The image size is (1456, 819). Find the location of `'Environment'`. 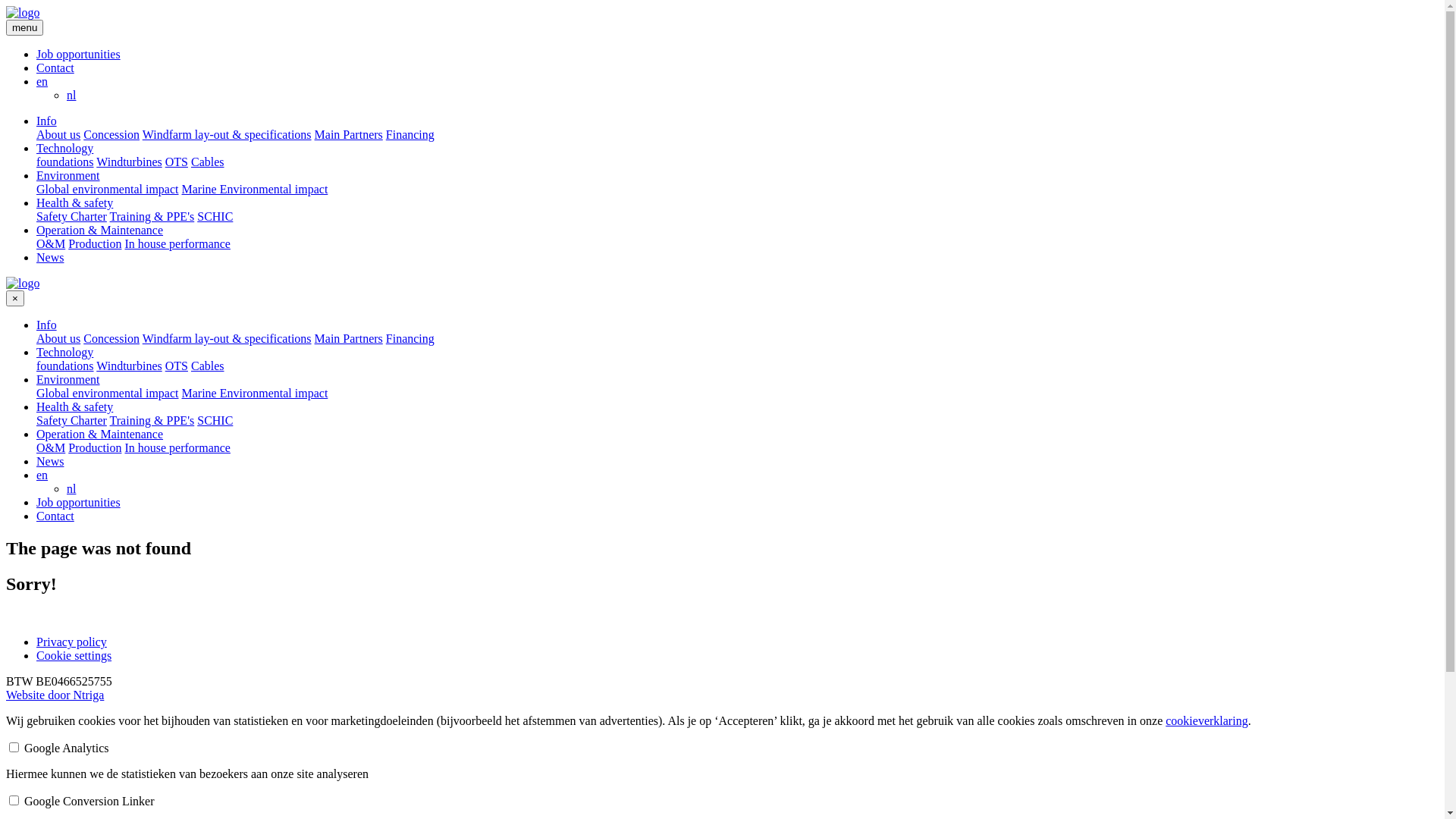

'Environment' is located at coordinates (67, 174).